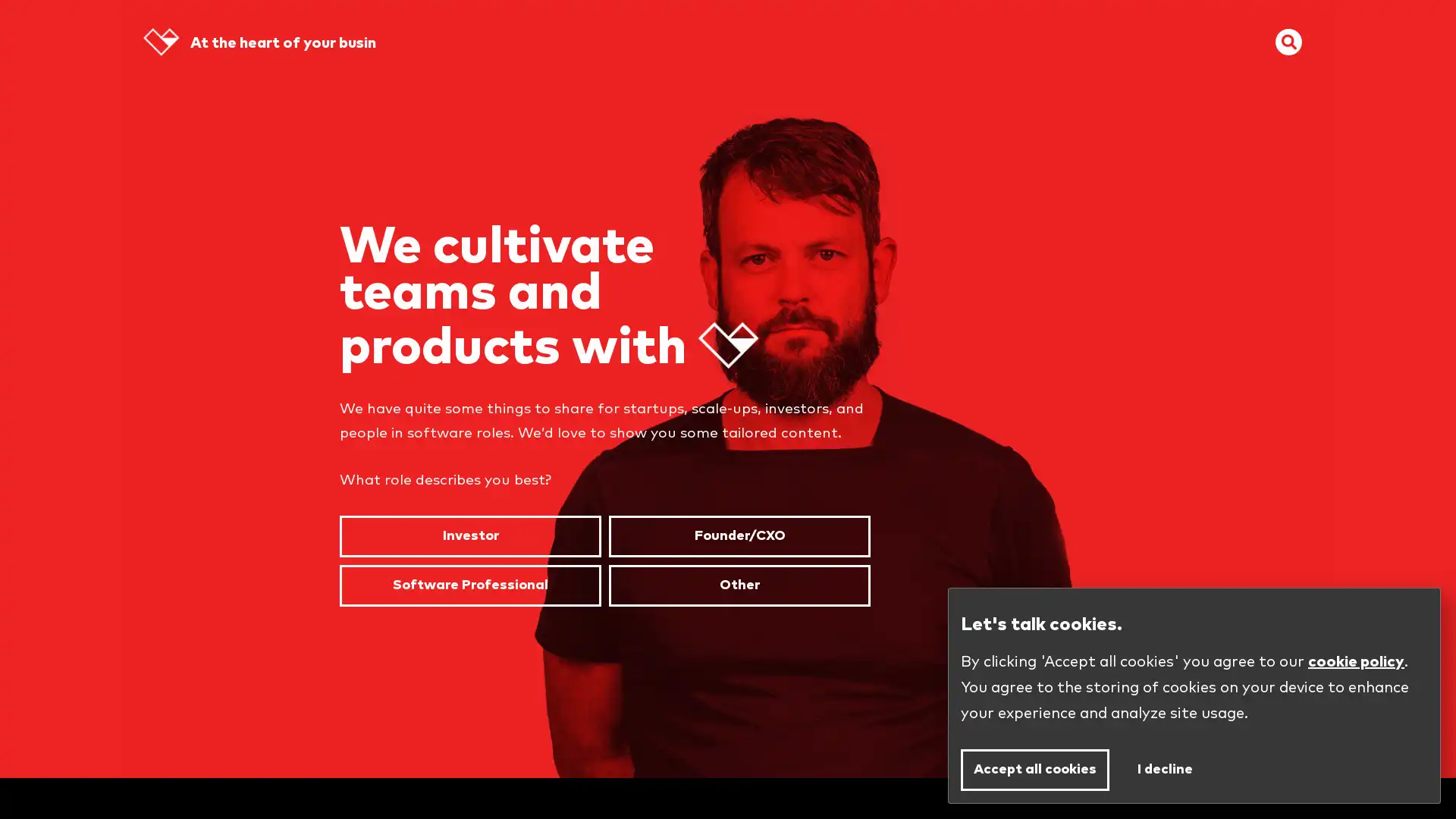 Image resolution: width=1456 pixels, height=819 pixels. I want to click on Software Professional, so click(469, 584).